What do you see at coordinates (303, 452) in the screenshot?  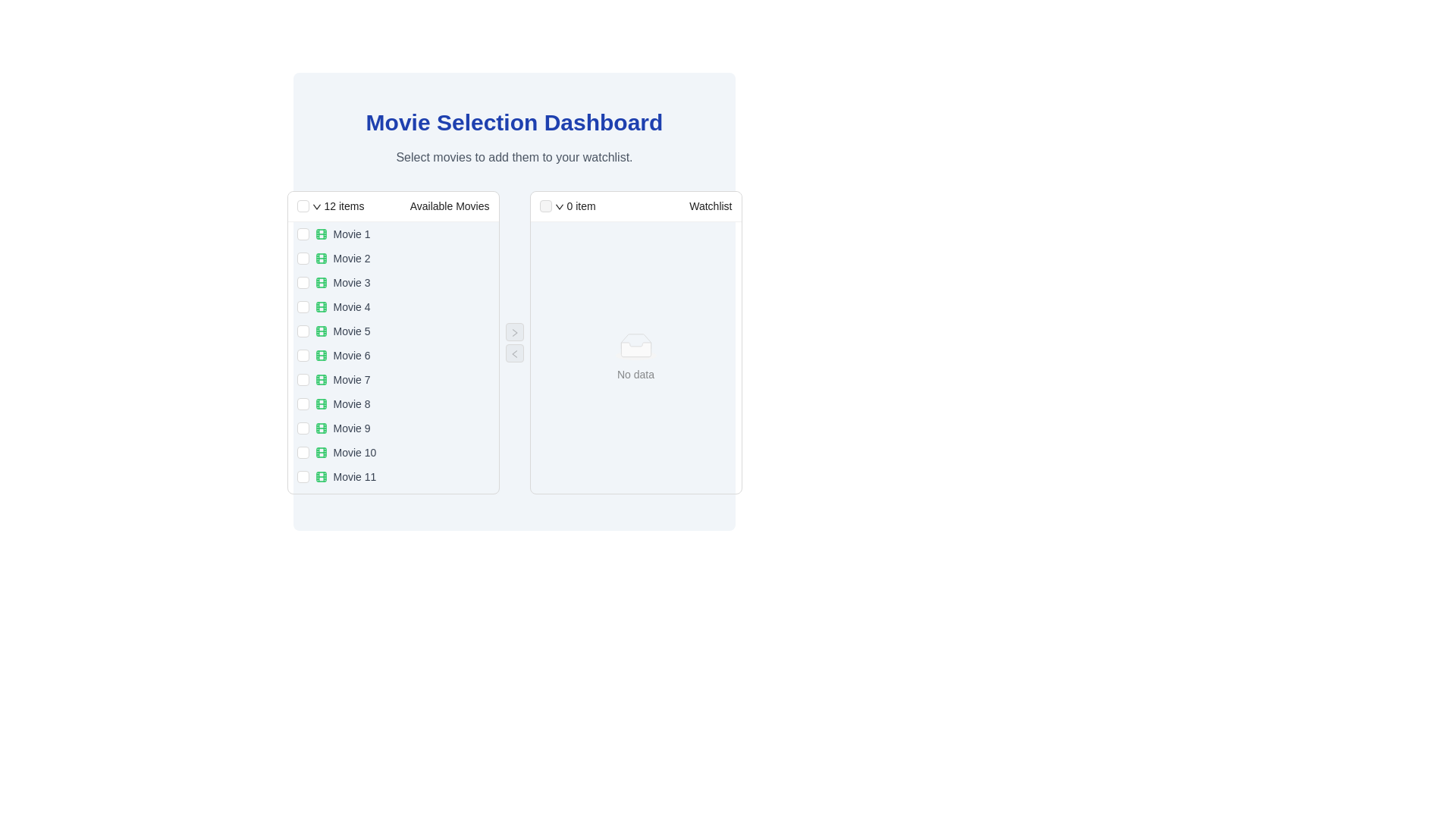 I see `the checkbox for 'Movie 10'` at bounding box center [303, 452].